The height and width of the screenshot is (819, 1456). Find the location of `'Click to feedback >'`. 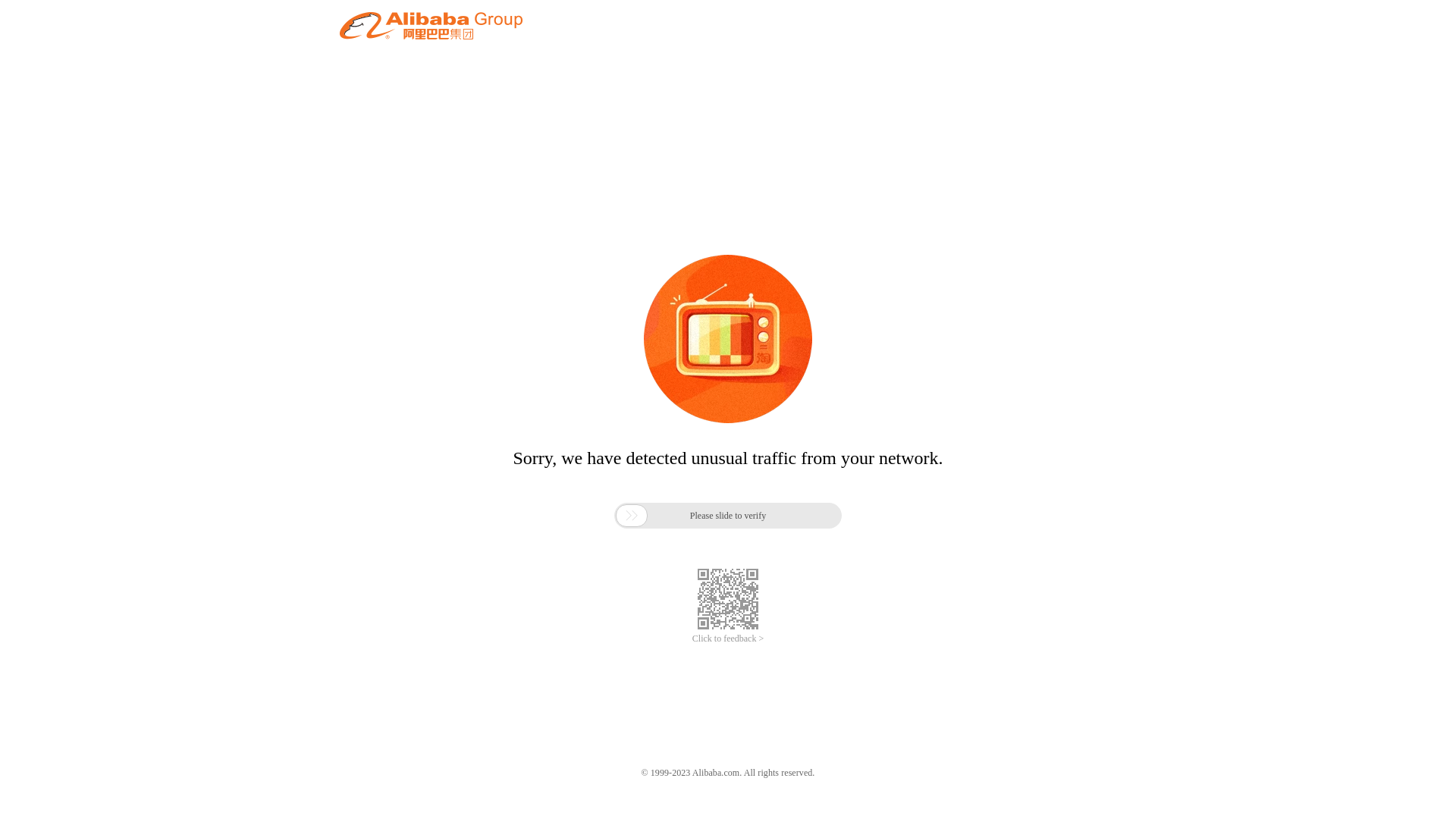

'Click to feedback >' is located at coordinates (728, 639).